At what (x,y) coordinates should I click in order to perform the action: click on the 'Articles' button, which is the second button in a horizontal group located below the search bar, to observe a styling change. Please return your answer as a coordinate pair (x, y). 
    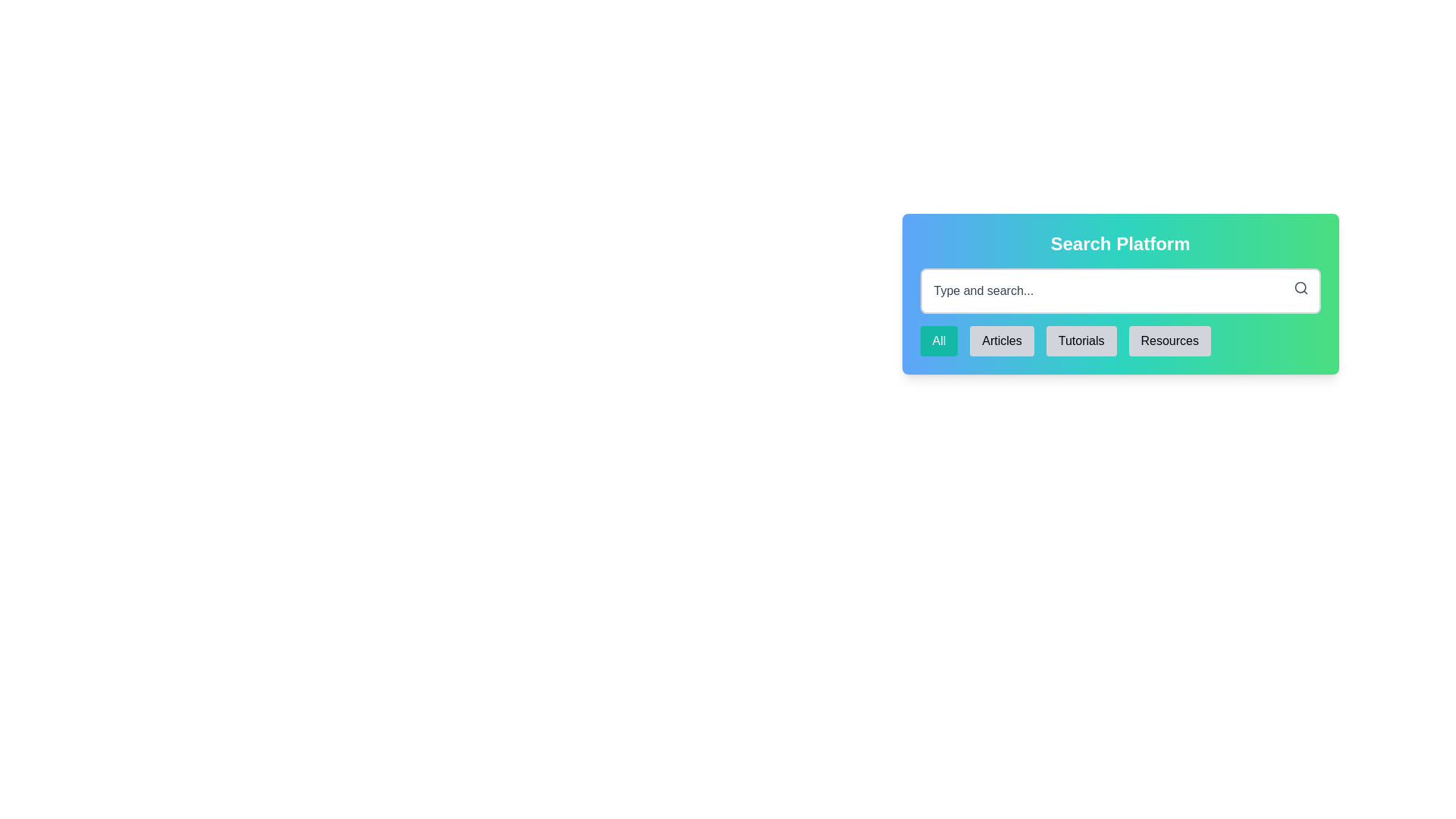
    Looking at the image, I should click on (1002, 341).